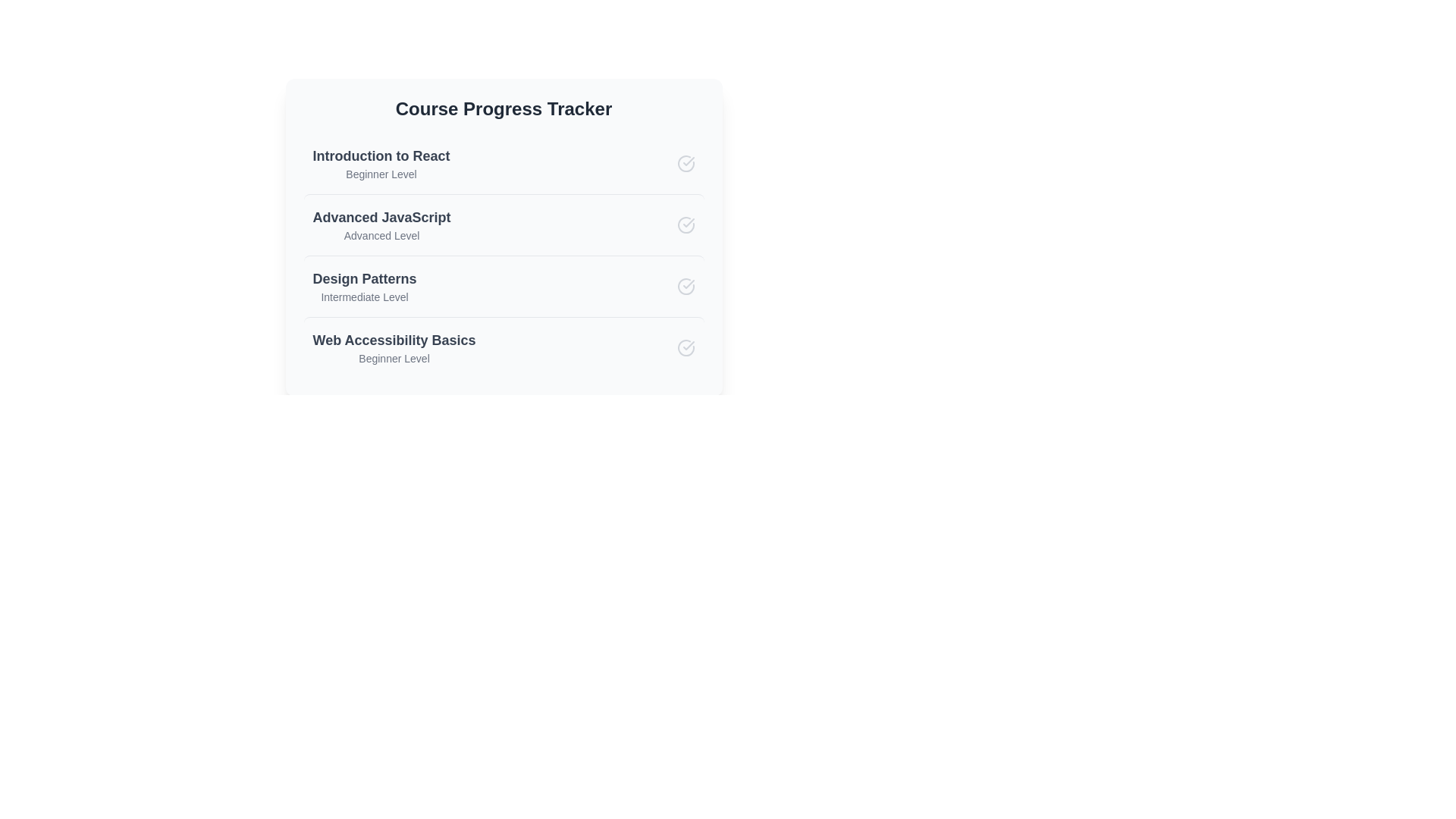 The width and height of the screenshot is (1456, 819). What do you see at coordinates (504, 108) in the screenshot?
I see `the centered text header reading 'Course Progress Tracker' in bold, large font, located at the top of a card-like section with a light gray background` at bounding box center [504, 108].